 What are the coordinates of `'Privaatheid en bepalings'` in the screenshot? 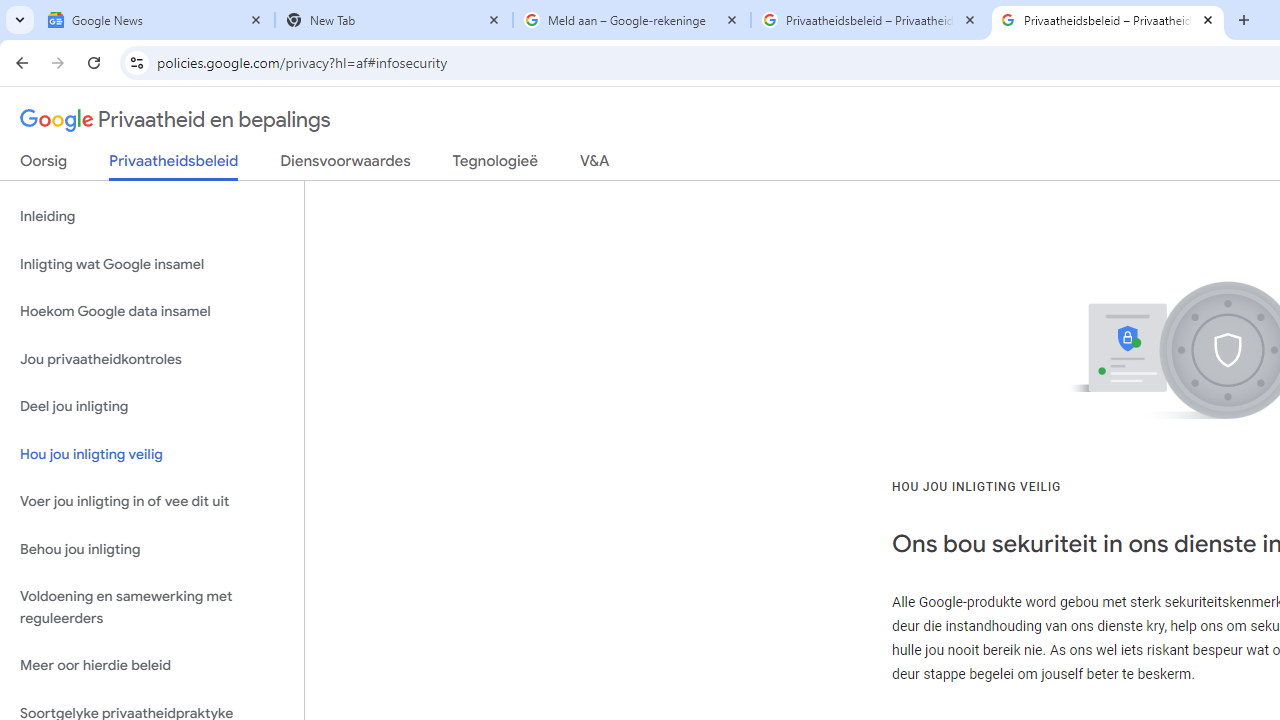 It's located at (176, 120).